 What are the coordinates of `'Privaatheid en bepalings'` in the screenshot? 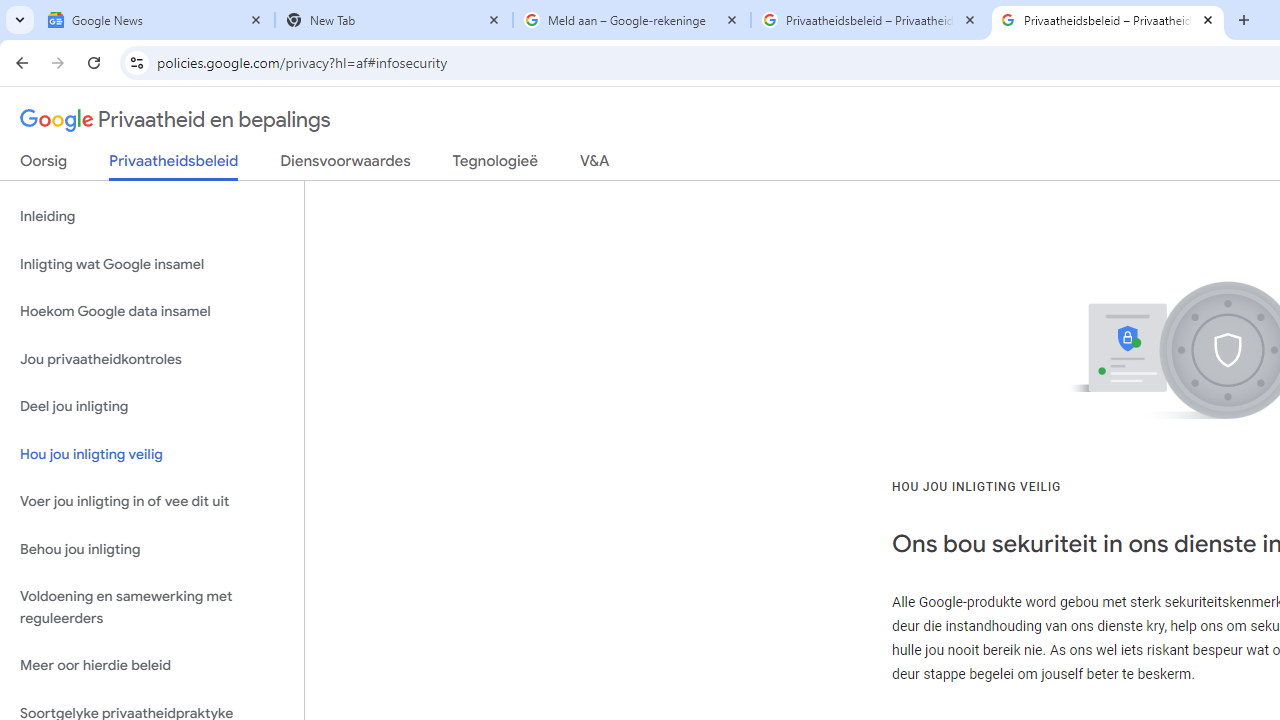 It's located at (176, 120).